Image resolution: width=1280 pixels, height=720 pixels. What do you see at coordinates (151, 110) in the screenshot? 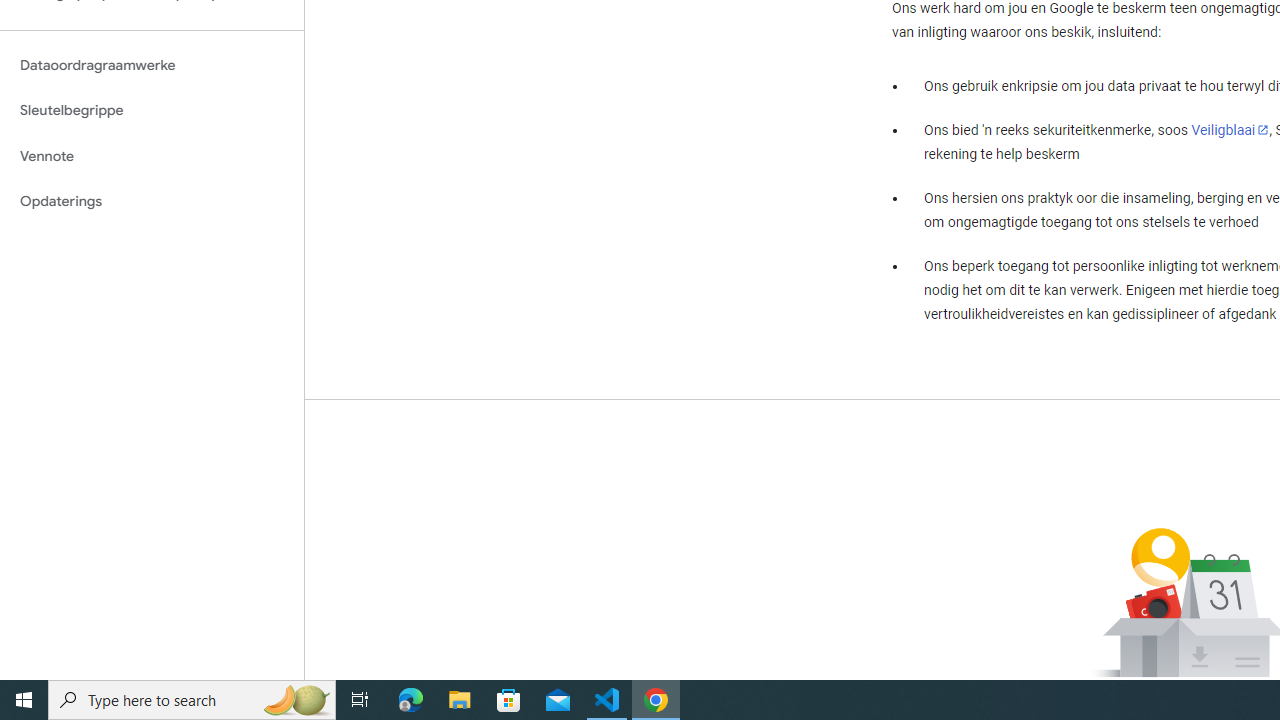
I see `'Sleutelbegrippe'` at bounding box center [151, 110].